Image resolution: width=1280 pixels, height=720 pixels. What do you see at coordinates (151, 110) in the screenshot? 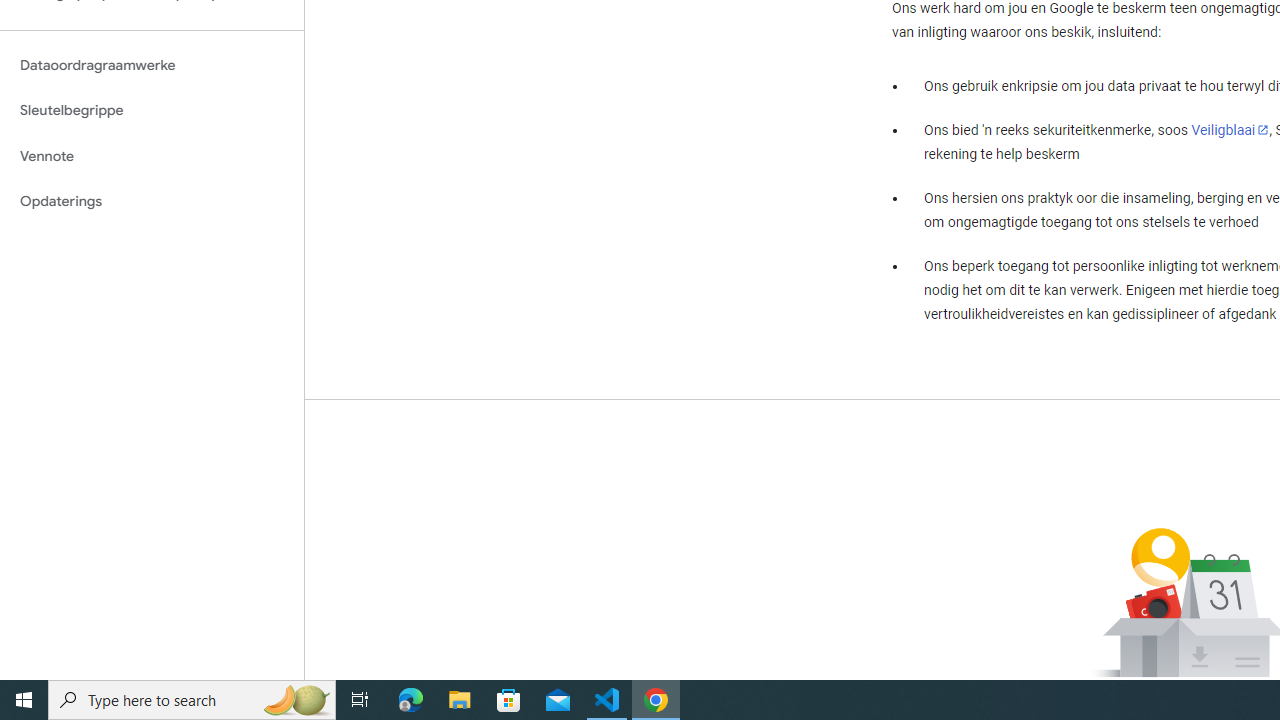
I see `'Sleutelbegrippe'` at bounding box center [151, 110].